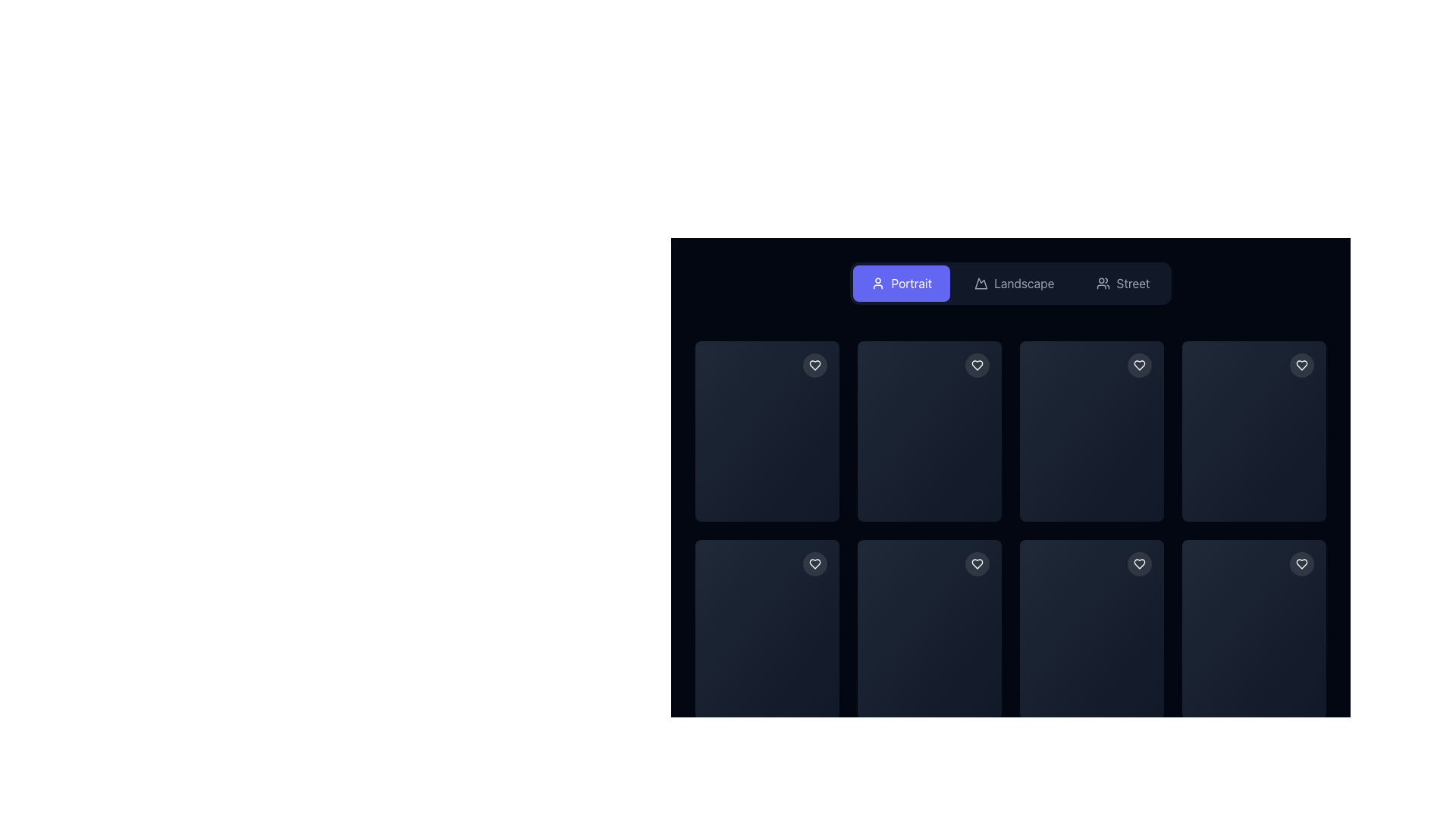  What do you see at coordinates (902, 284) in the screenshot?
I see `the 'Portrait' filter button located at the left of the horizontal menu` at bounding box center [902, 284].